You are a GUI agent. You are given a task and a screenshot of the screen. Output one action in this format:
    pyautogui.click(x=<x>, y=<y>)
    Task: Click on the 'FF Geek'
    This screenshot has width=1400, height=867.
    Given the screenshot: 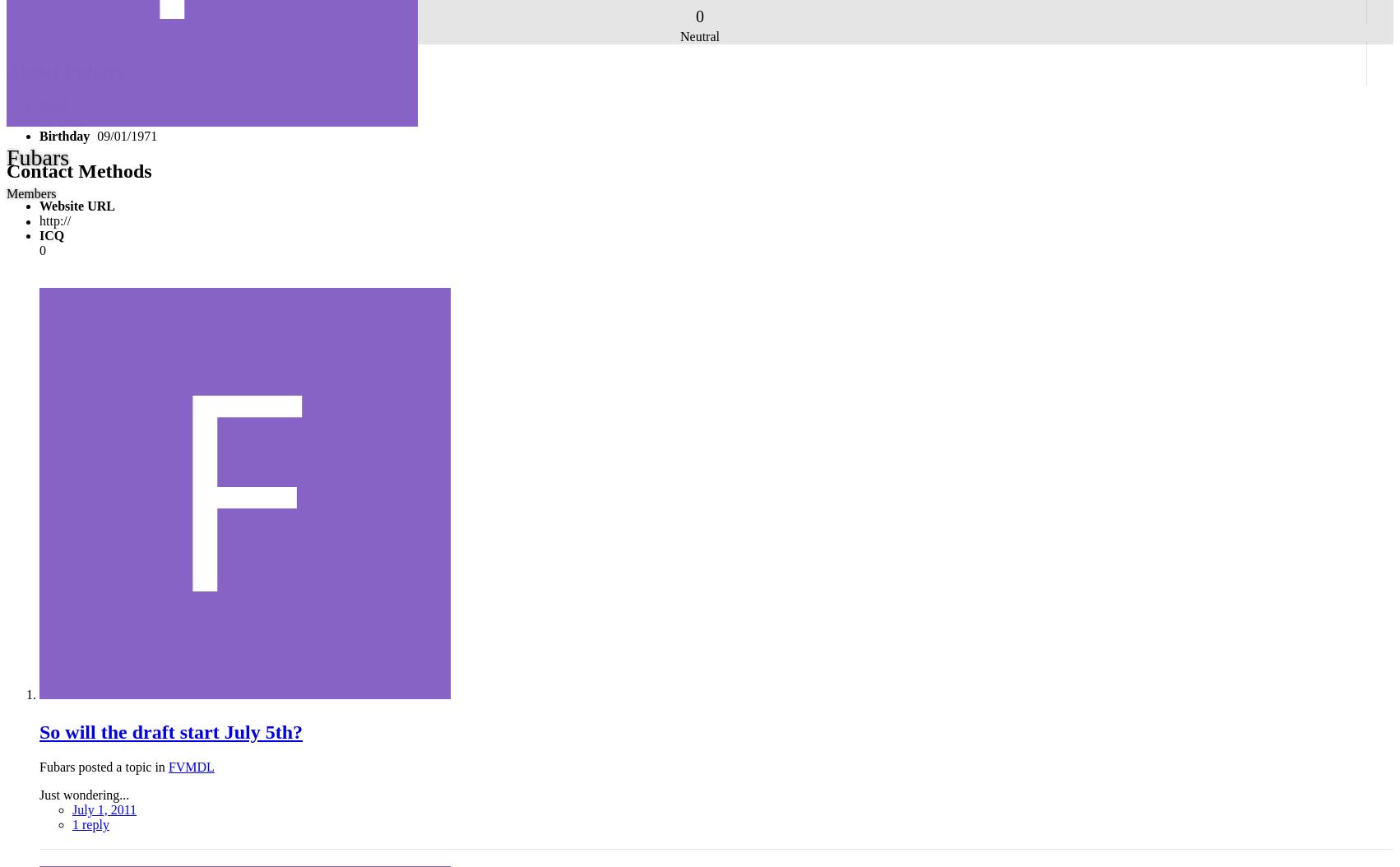 What is the action you would take?
    pyautogui.click(x=62, y=121)
    